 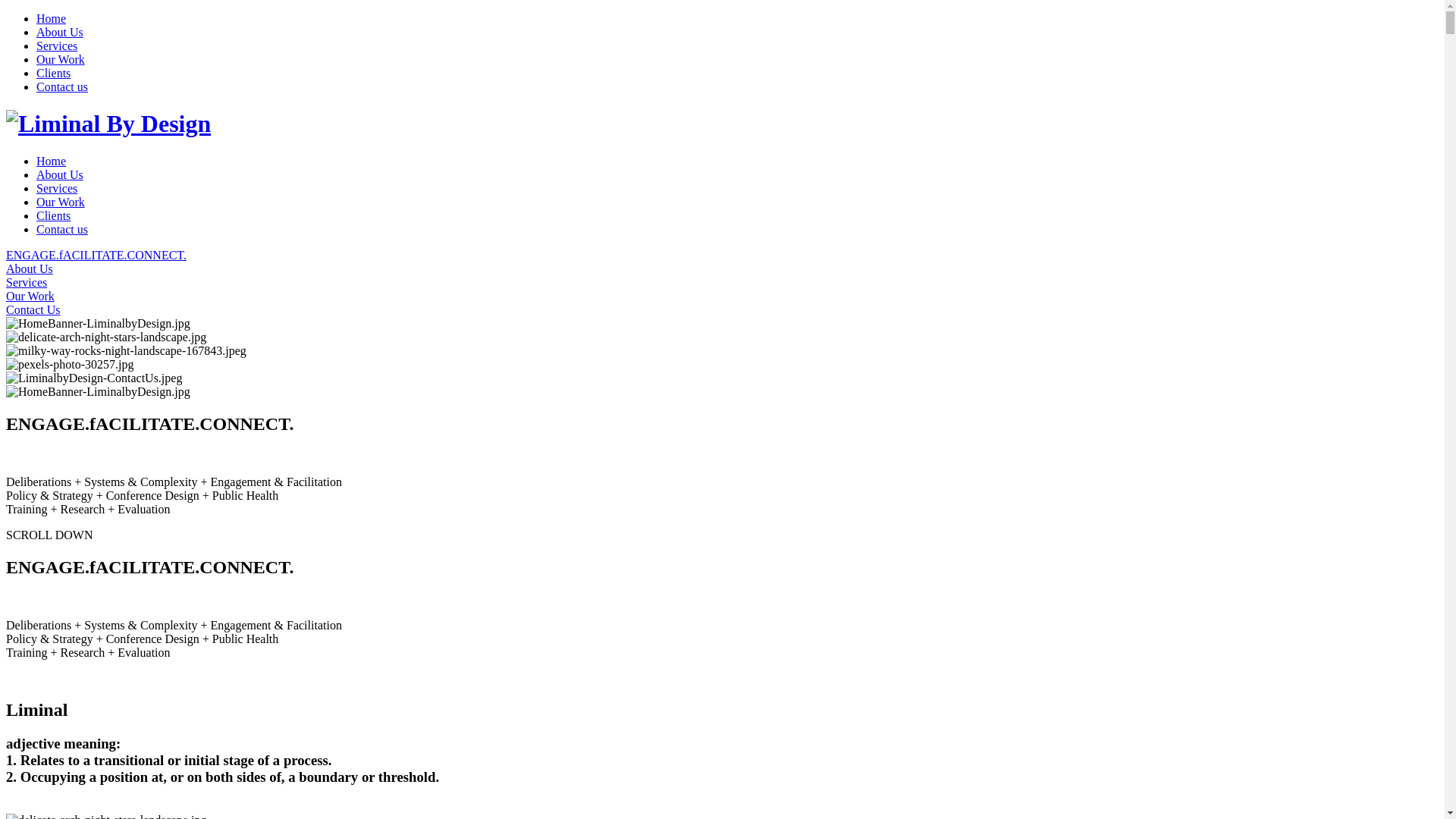 I want to click on 'Clients', so click(x=36, y=73).